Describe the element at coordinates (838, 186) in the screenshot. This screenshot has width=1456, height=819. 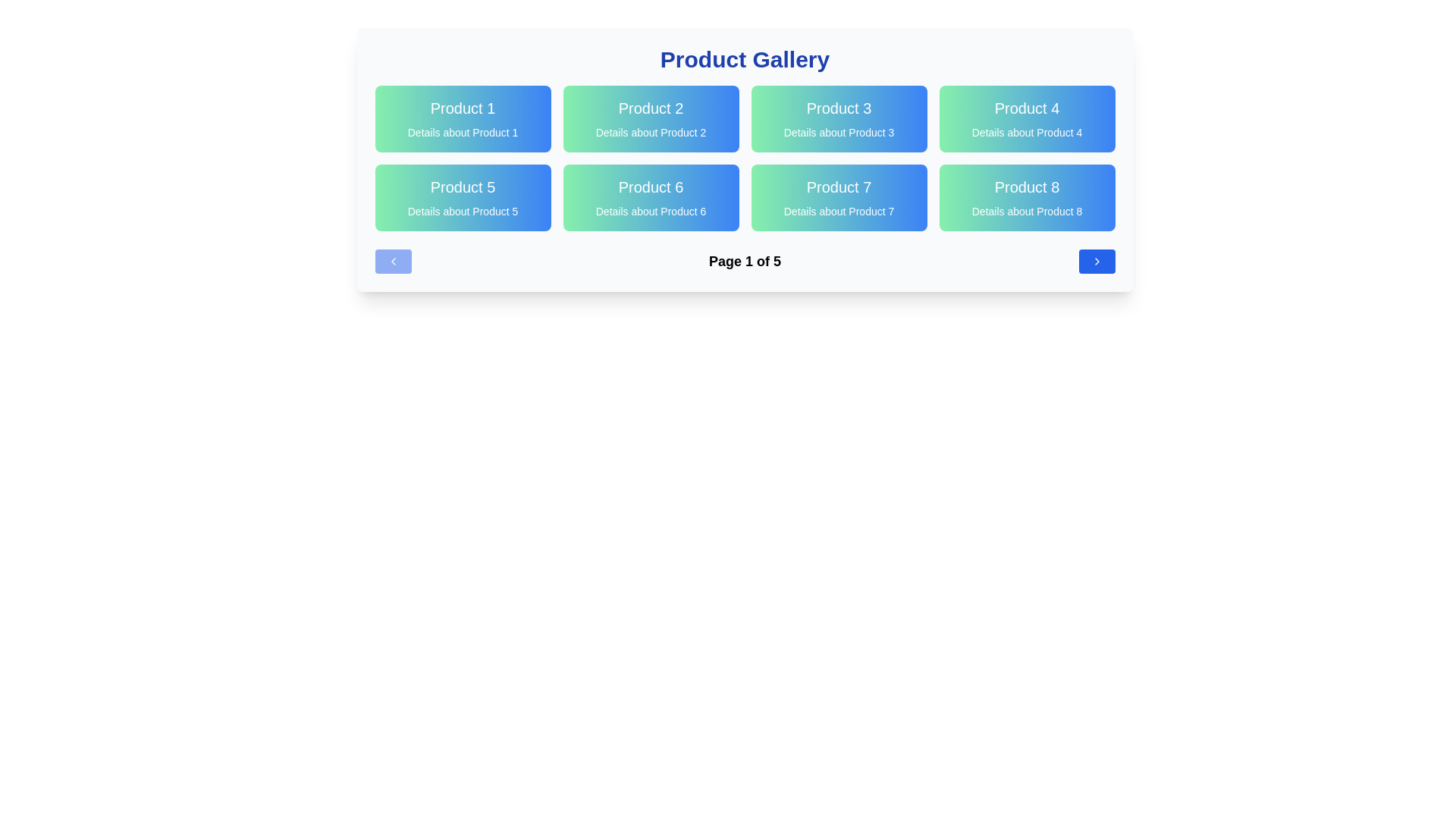
I see `the non-interactive text label displaying 'Product 7', which is located in the second row of the product gallery grid, specifically the third card from the left` at that location.